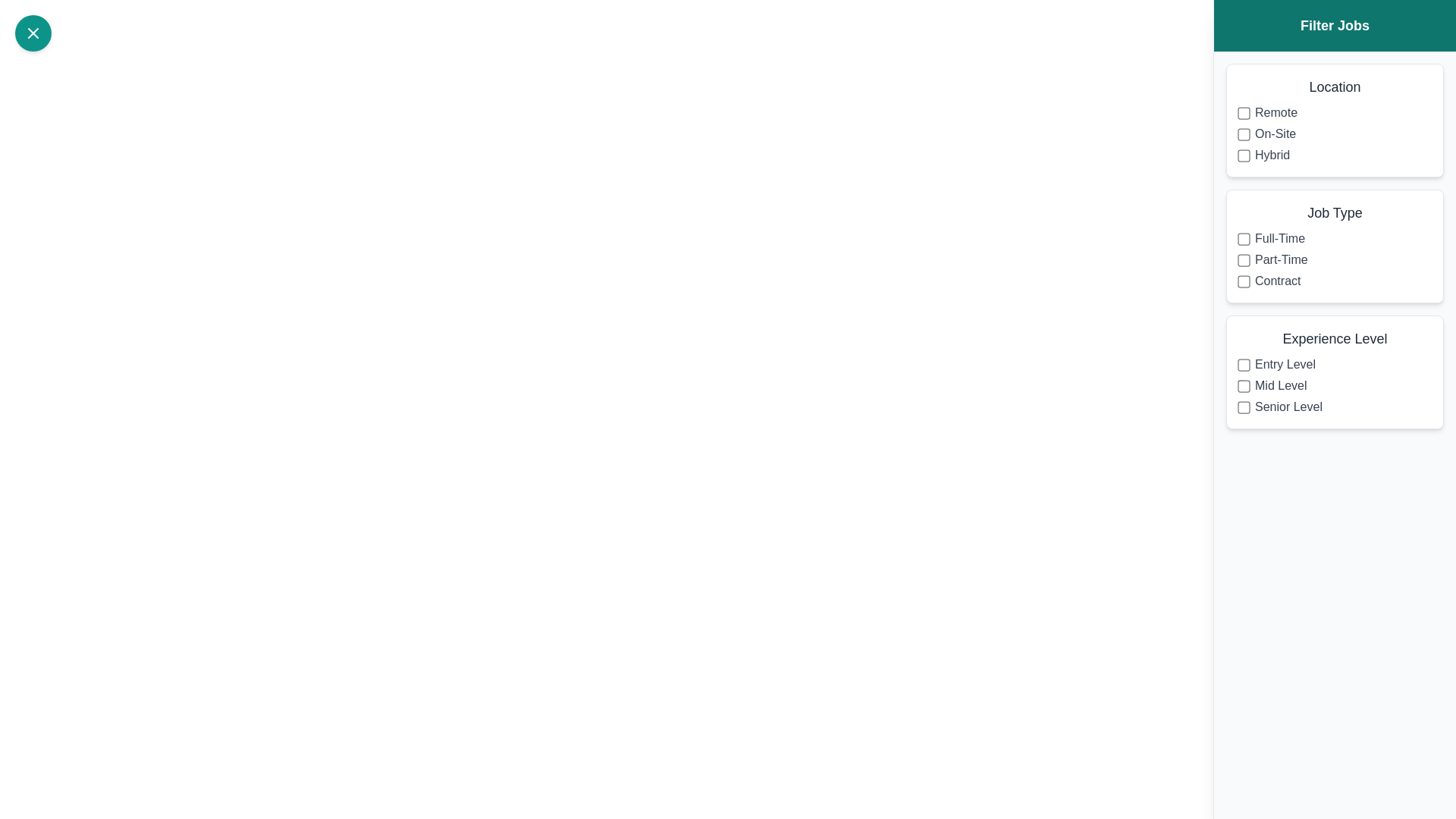 Image resolution: width=1456 pixels, height=819 pixels. What do you see at coordinates (1335, 87) in the screenshot?
I see `the header of the filter group labeled Location` at bounding box center [1335, 87].